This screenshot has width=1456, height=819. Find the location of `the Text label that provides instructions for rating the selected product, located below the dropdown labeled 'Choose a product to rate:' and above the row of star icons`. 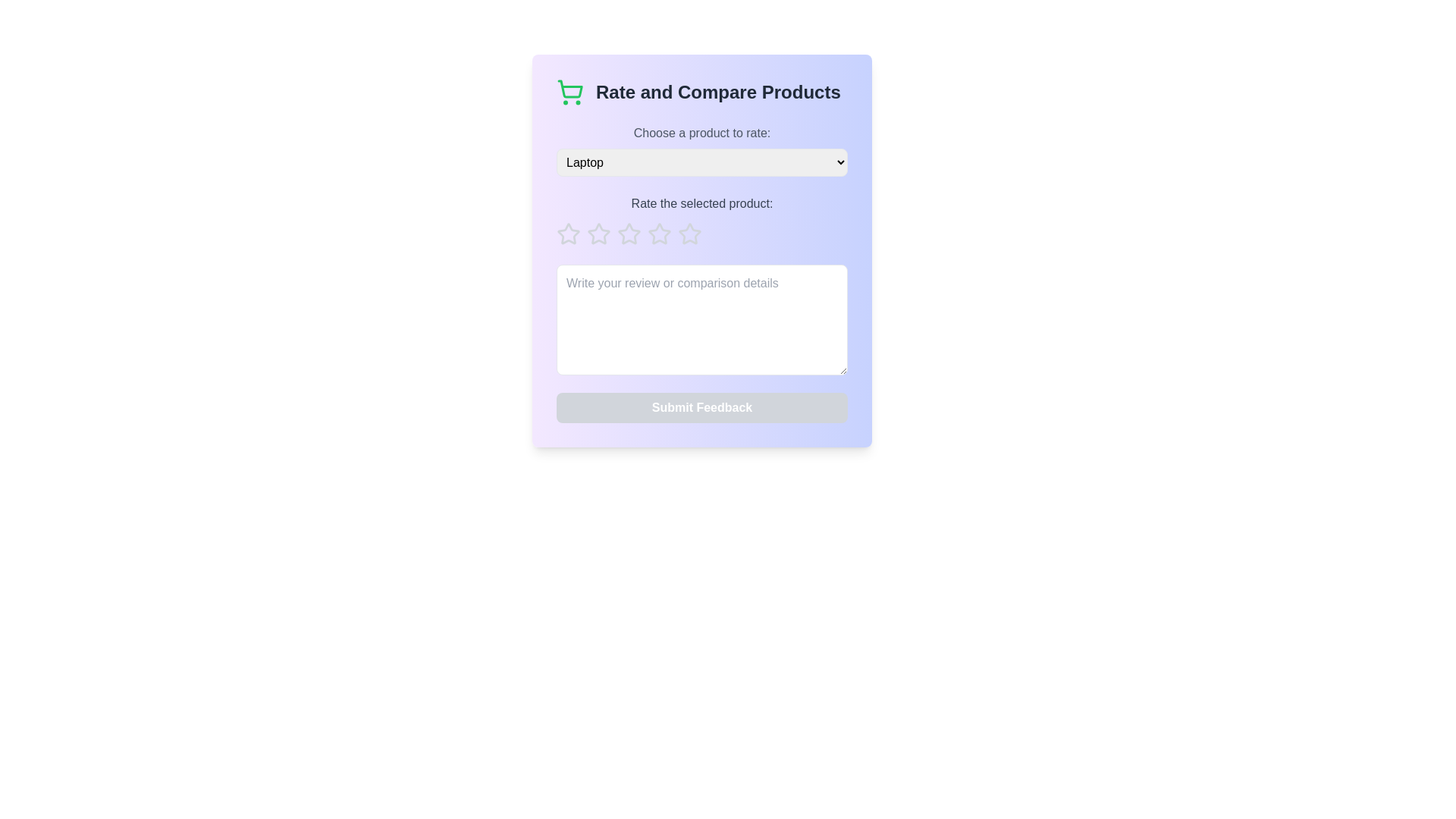

the Text label that provides instructions for rating the selected product, located below the dropdown labeled 'Choose a product to rate:' and above the row of star icons is located at coordinates (701, 203).